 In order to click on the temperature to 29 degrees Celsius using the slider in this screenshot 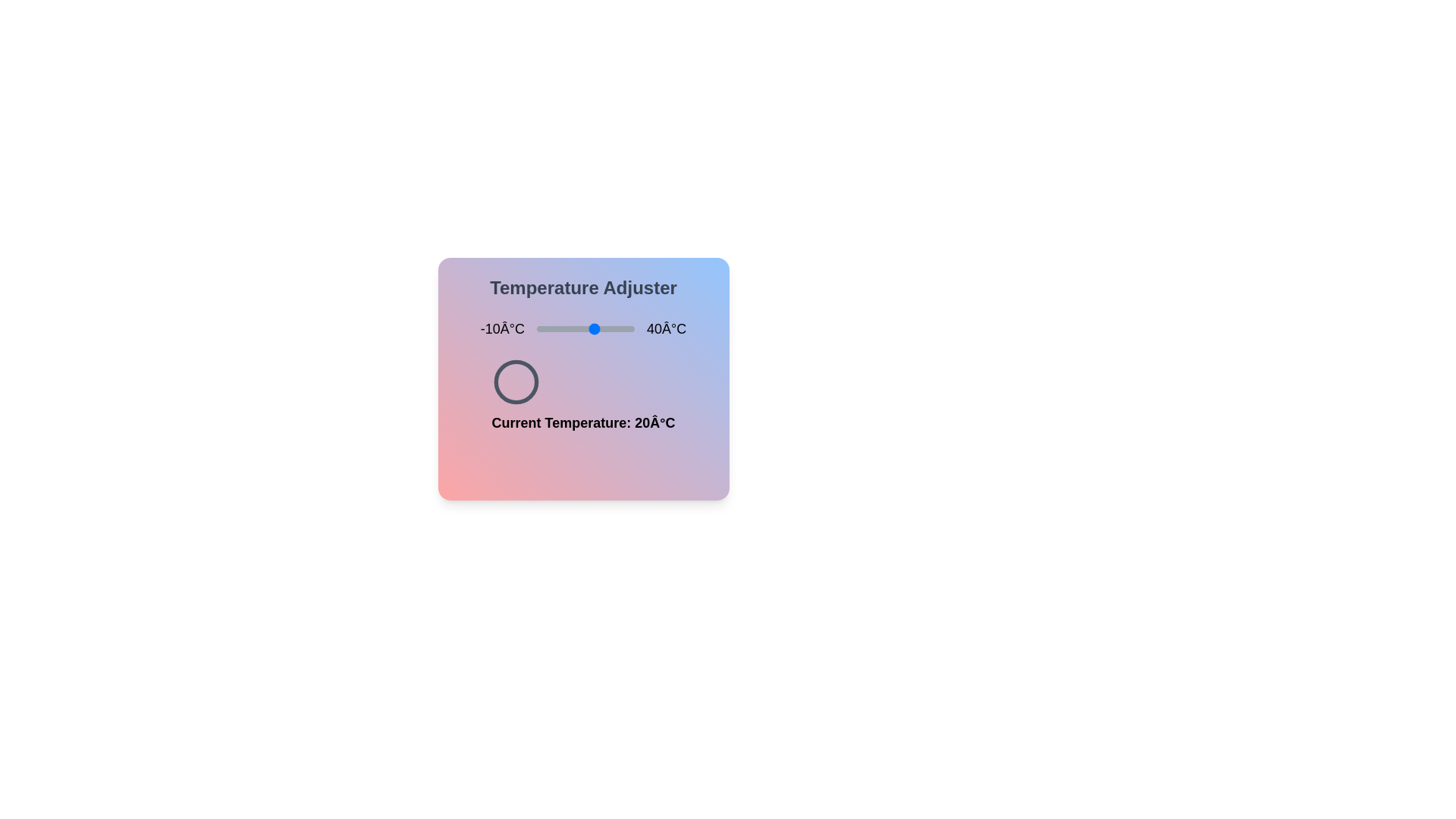, I will do `click(613, 328)`.